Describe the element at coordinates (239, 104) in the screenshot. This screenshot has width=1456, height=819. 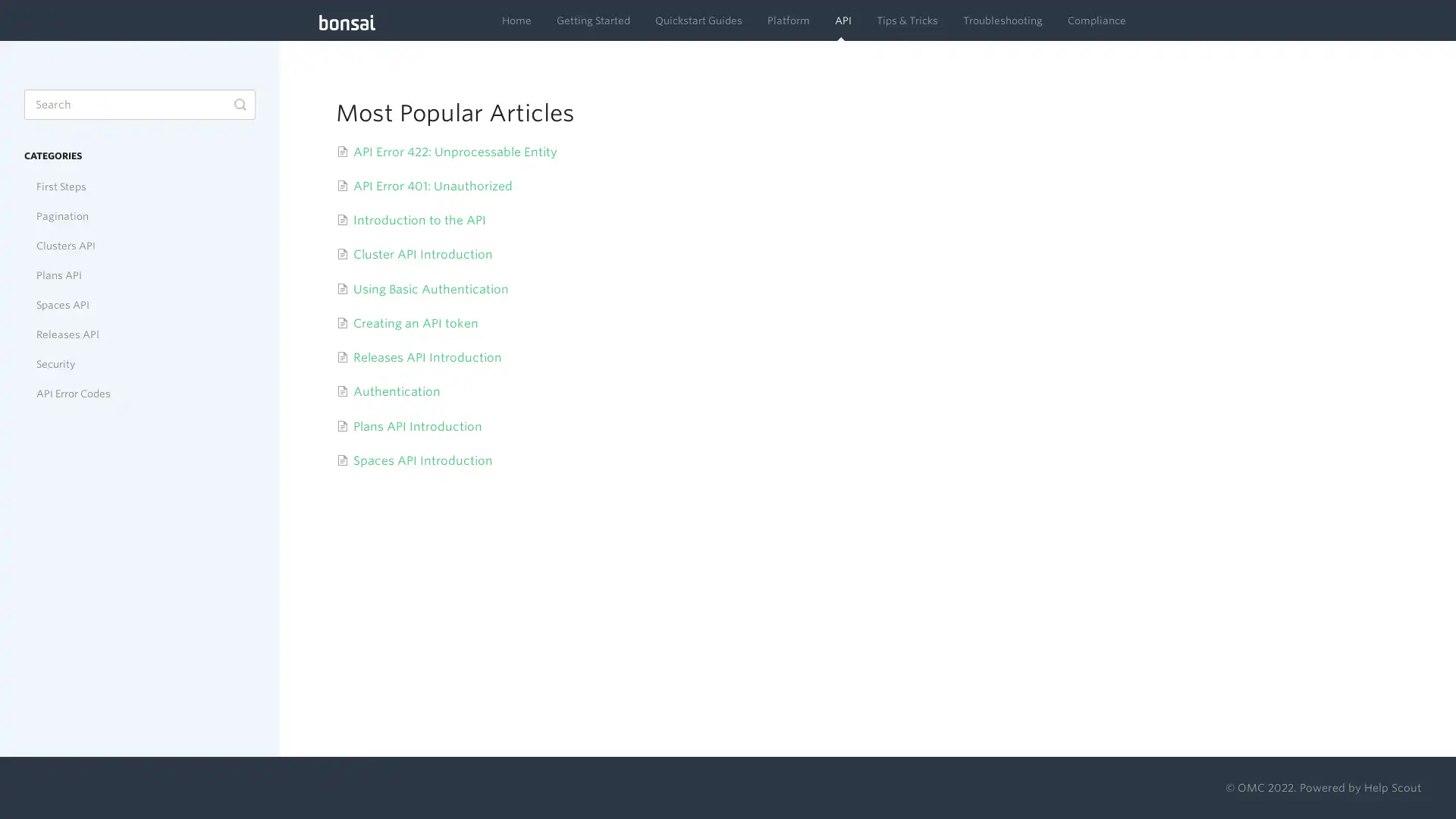
I see `Toggle Search` at that location.